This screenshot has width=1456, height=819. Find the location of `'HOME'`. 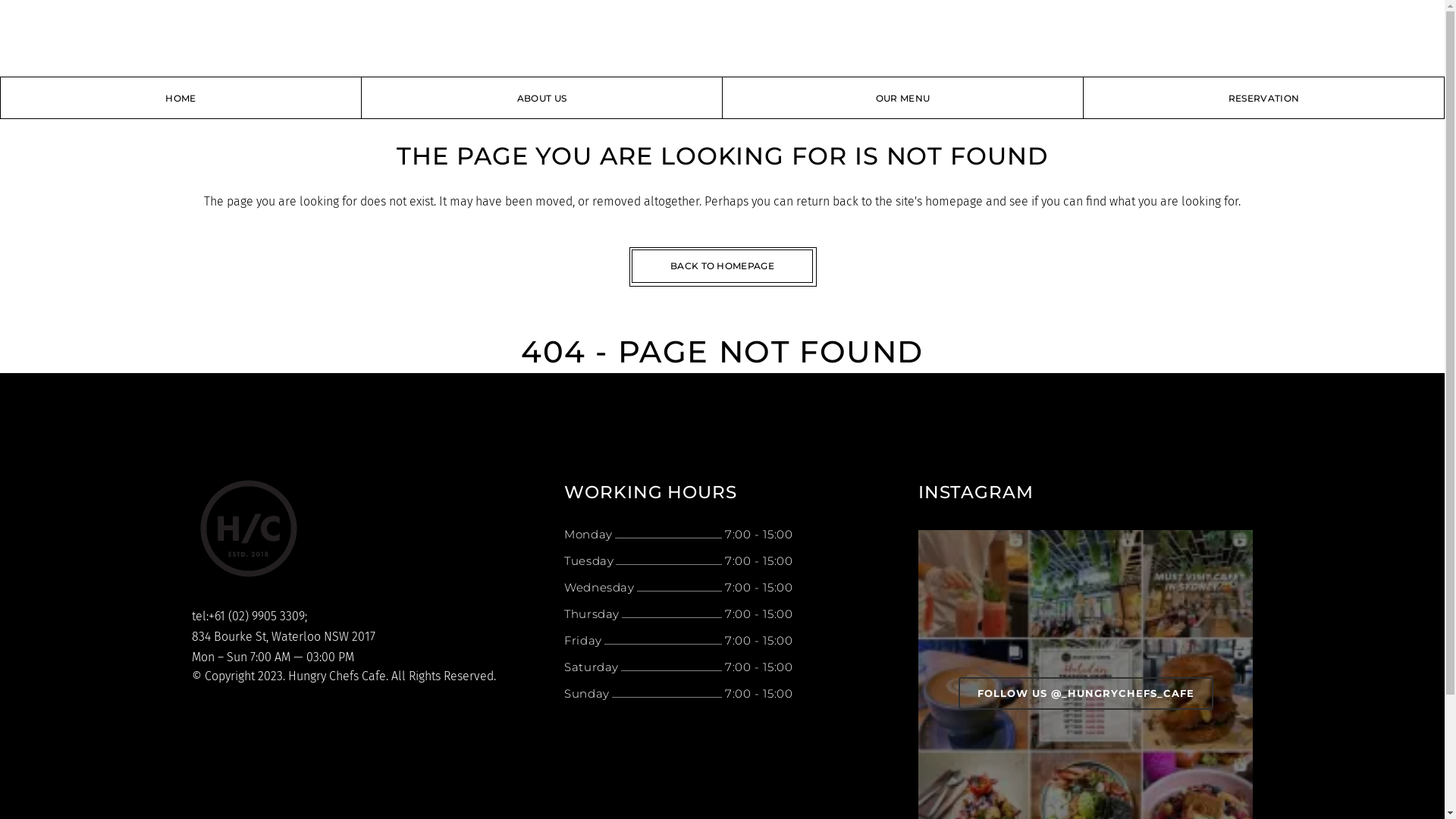

'HOME' is located at coordinates (180, 99).